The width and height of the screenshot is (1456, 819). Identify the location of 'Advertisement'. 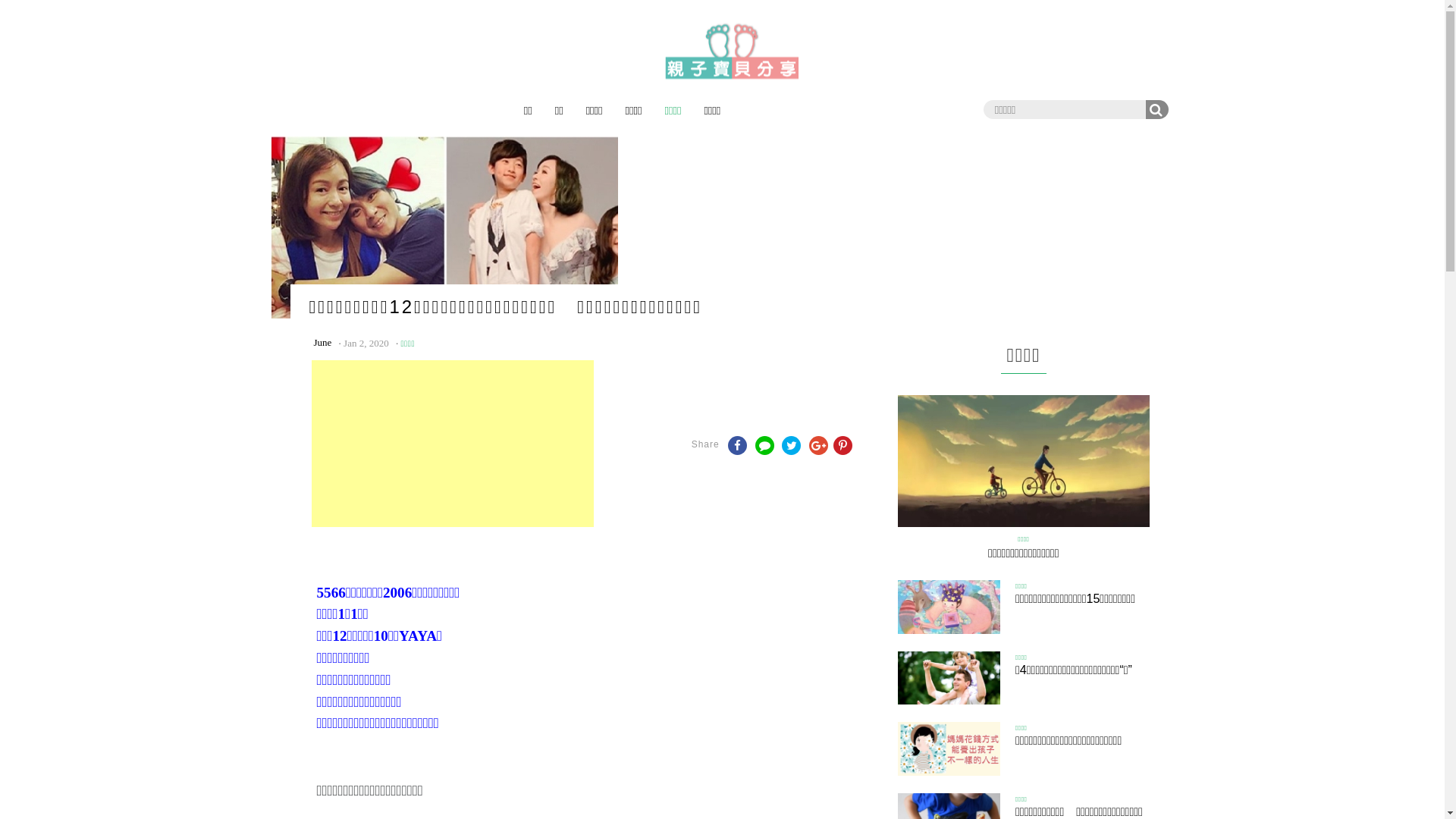
(451, 444).